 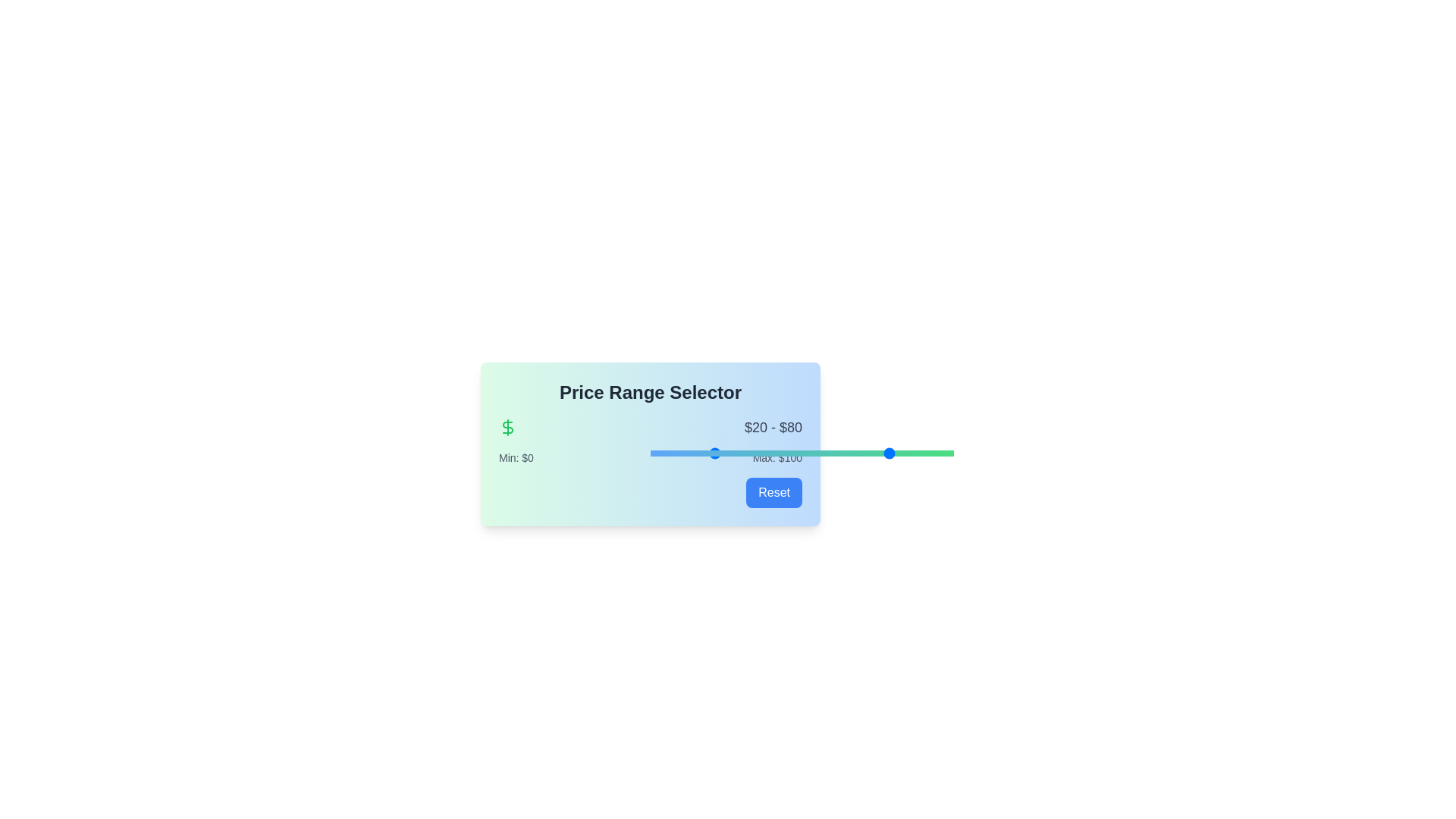 What do you see at coordinates (508, 427) in the screenshot?
I see `the SVG graphic featuring a monetary symbol located in the top-left corner of the 'Price Range Selector' card, which visually signifies monetary values` at bounding box center [508, 427].